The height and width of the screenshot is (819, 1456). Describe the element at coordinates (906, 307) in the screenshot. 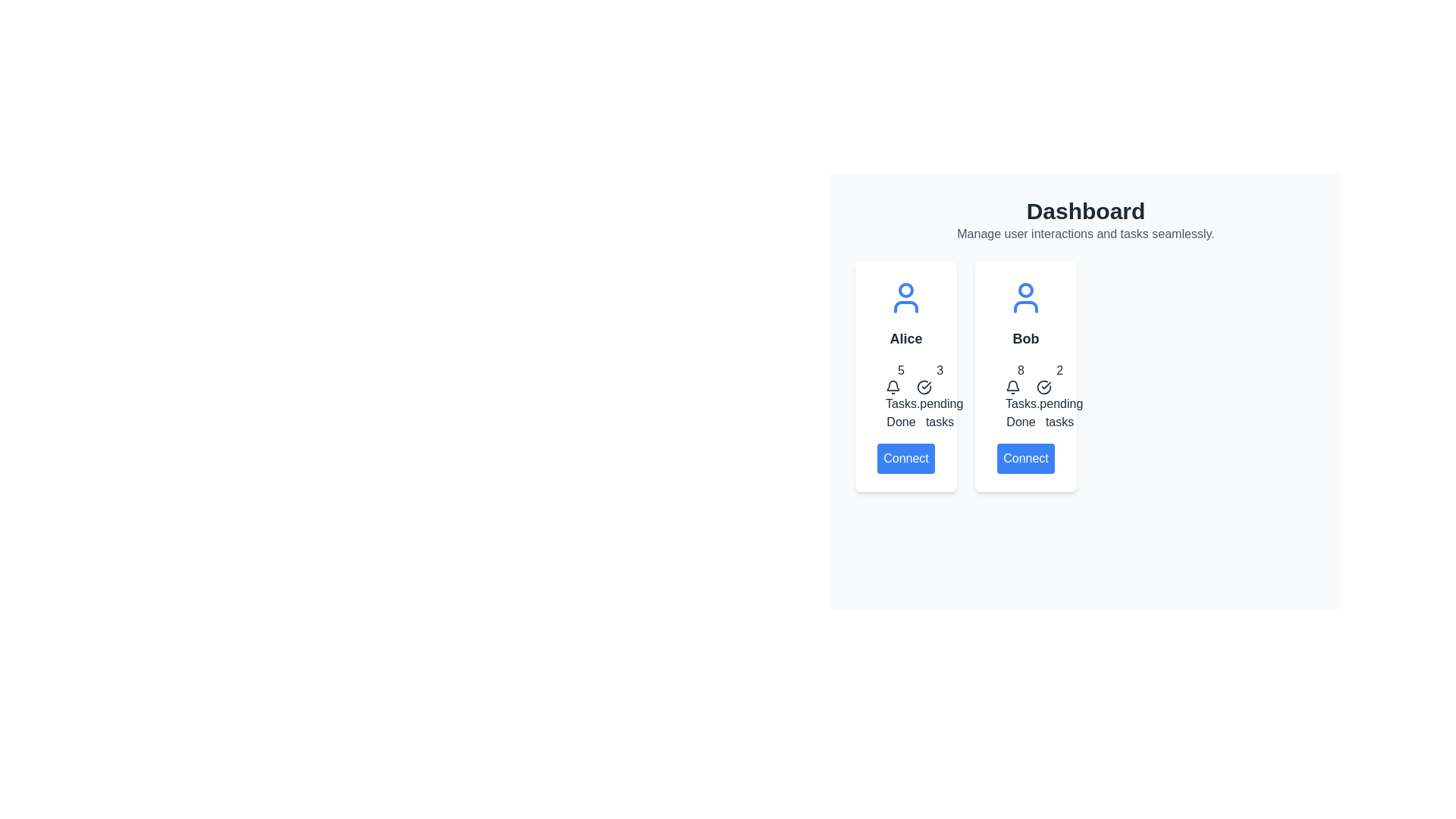

I see `the lower part of the blue user icon representing Alice, which is a curved line forming the base of a semi-complete silhouette` at that location.